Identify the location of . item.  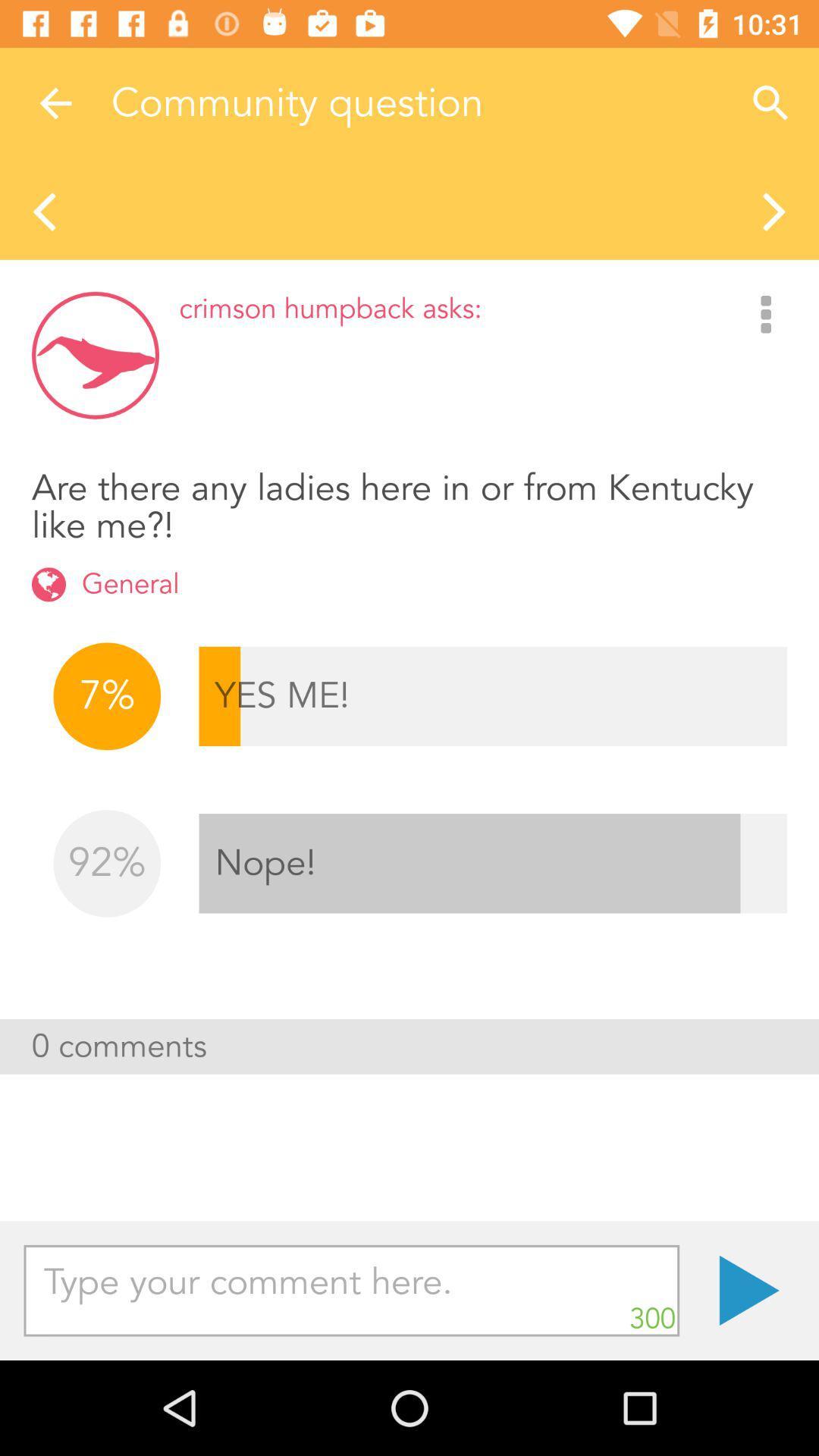
(748, 1290).